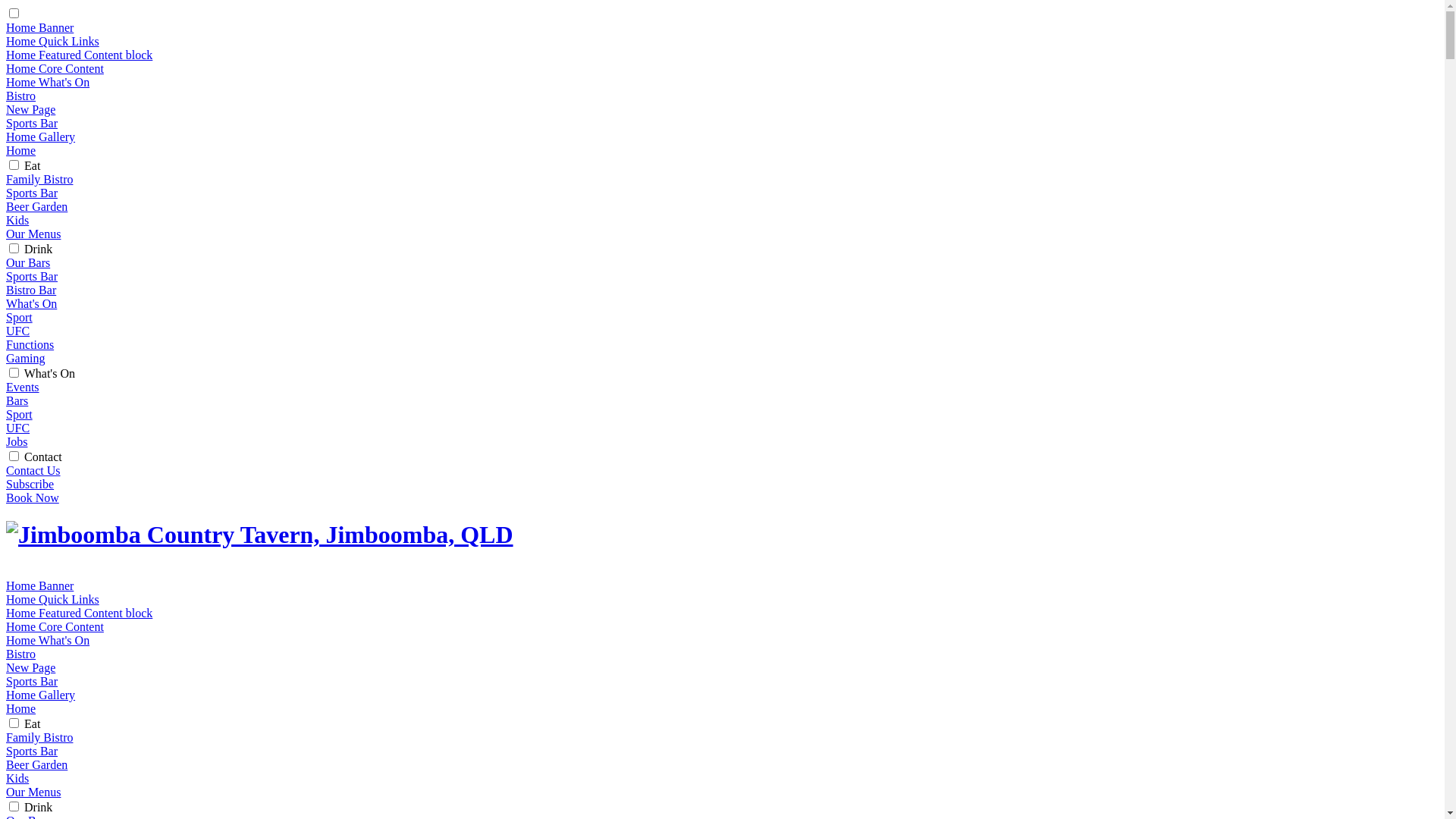  What do you see at coordinates (33, 234) in the screenshot?
I see `'Our Menus'` at bounding box center [33, 234].